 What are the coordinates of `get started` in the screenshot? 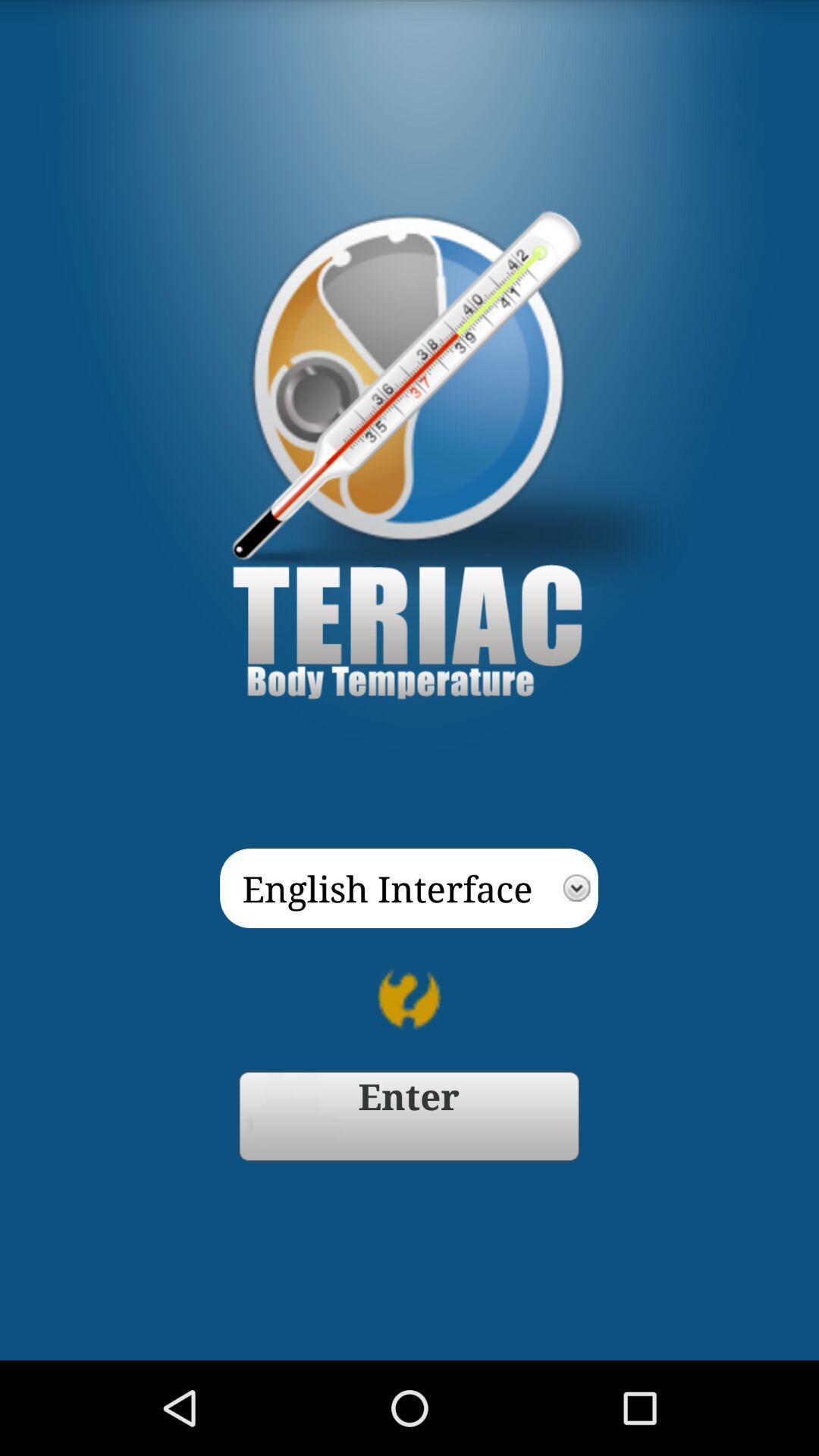 It's located at (408, 1116).